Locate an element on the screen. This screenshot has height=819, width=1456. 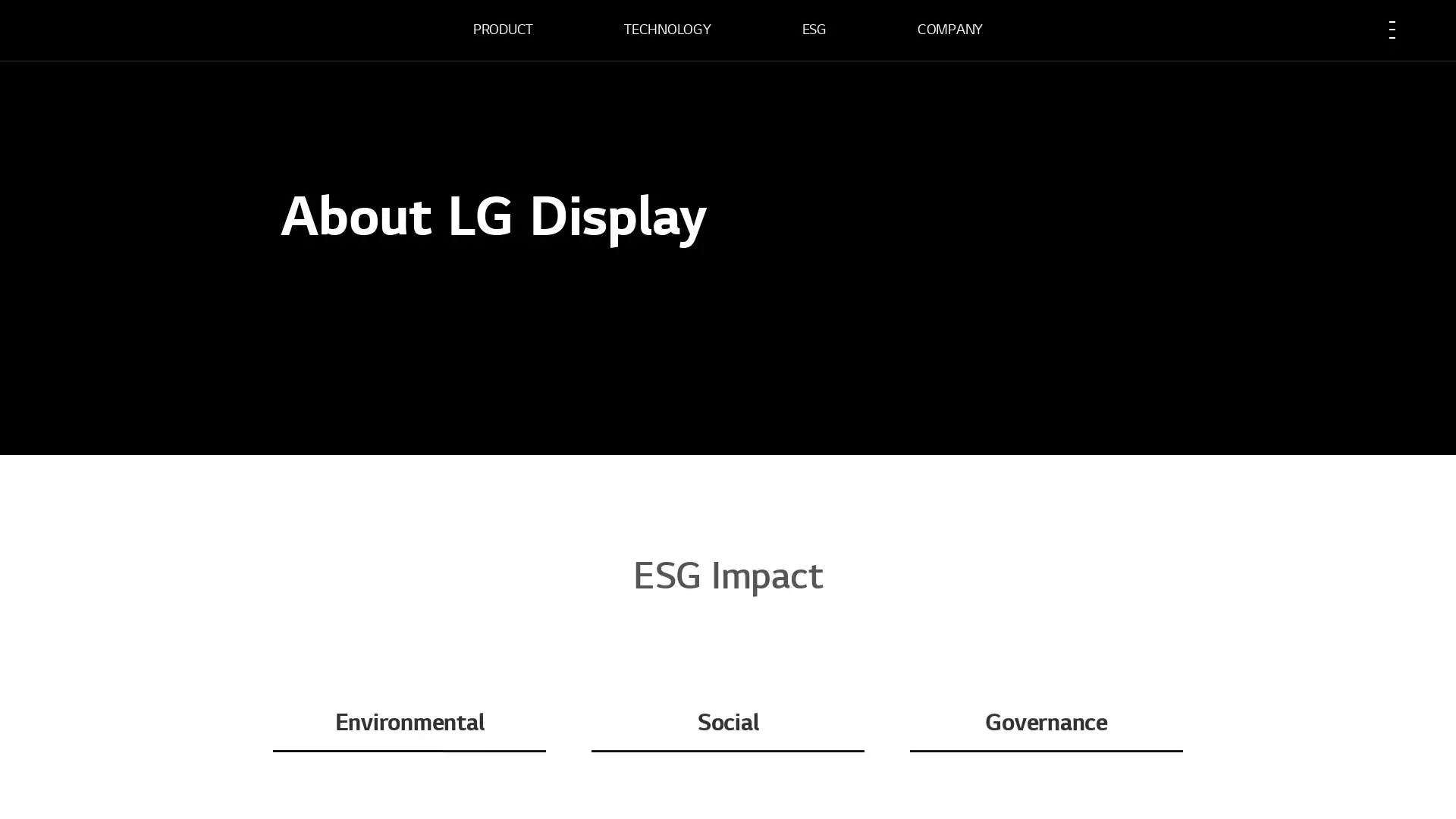
/ is located at coordinates (304, 345).